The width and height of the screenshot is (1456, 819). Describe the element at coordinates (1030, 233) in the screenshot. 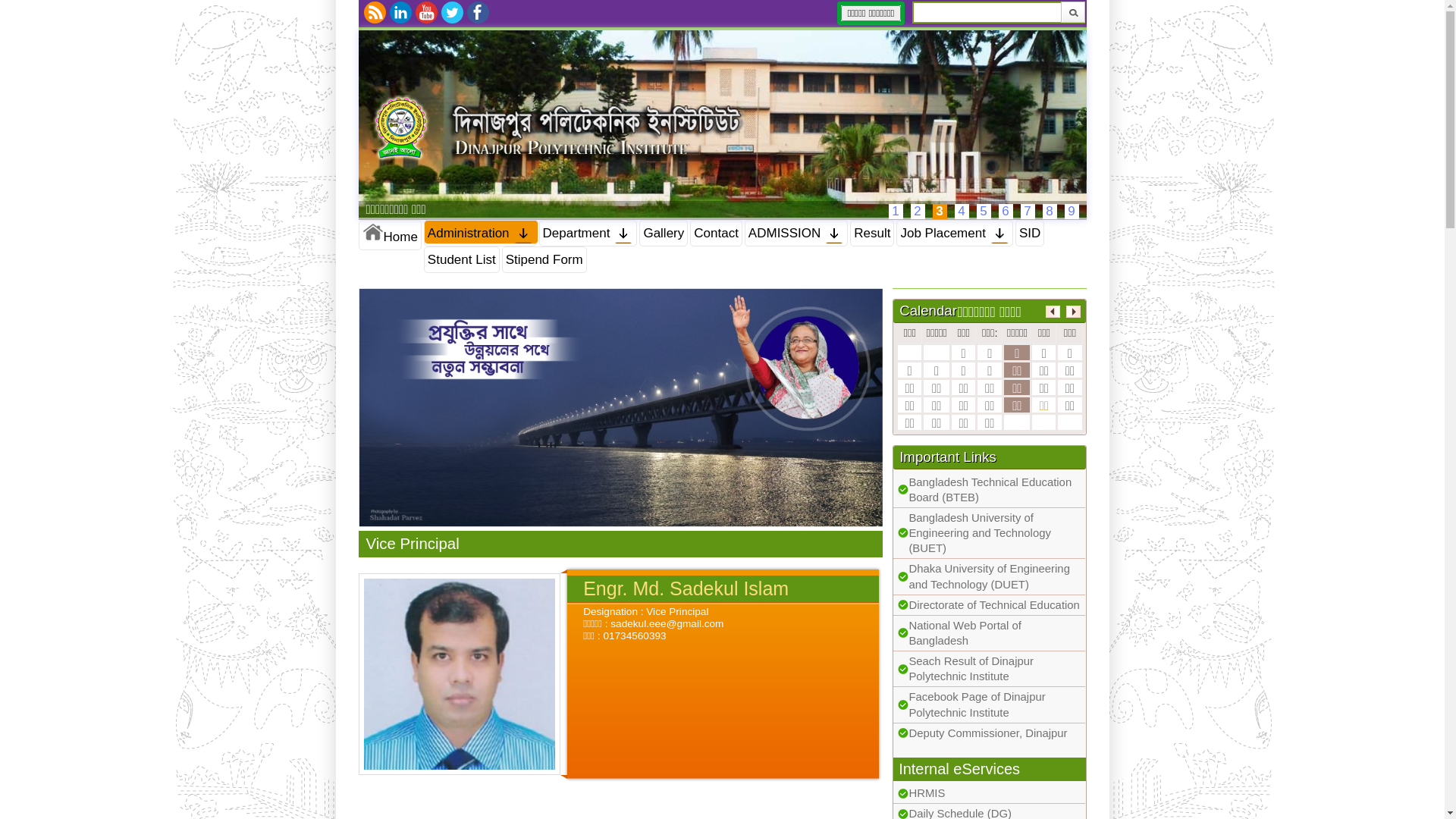

I see `'SID'` at that location.